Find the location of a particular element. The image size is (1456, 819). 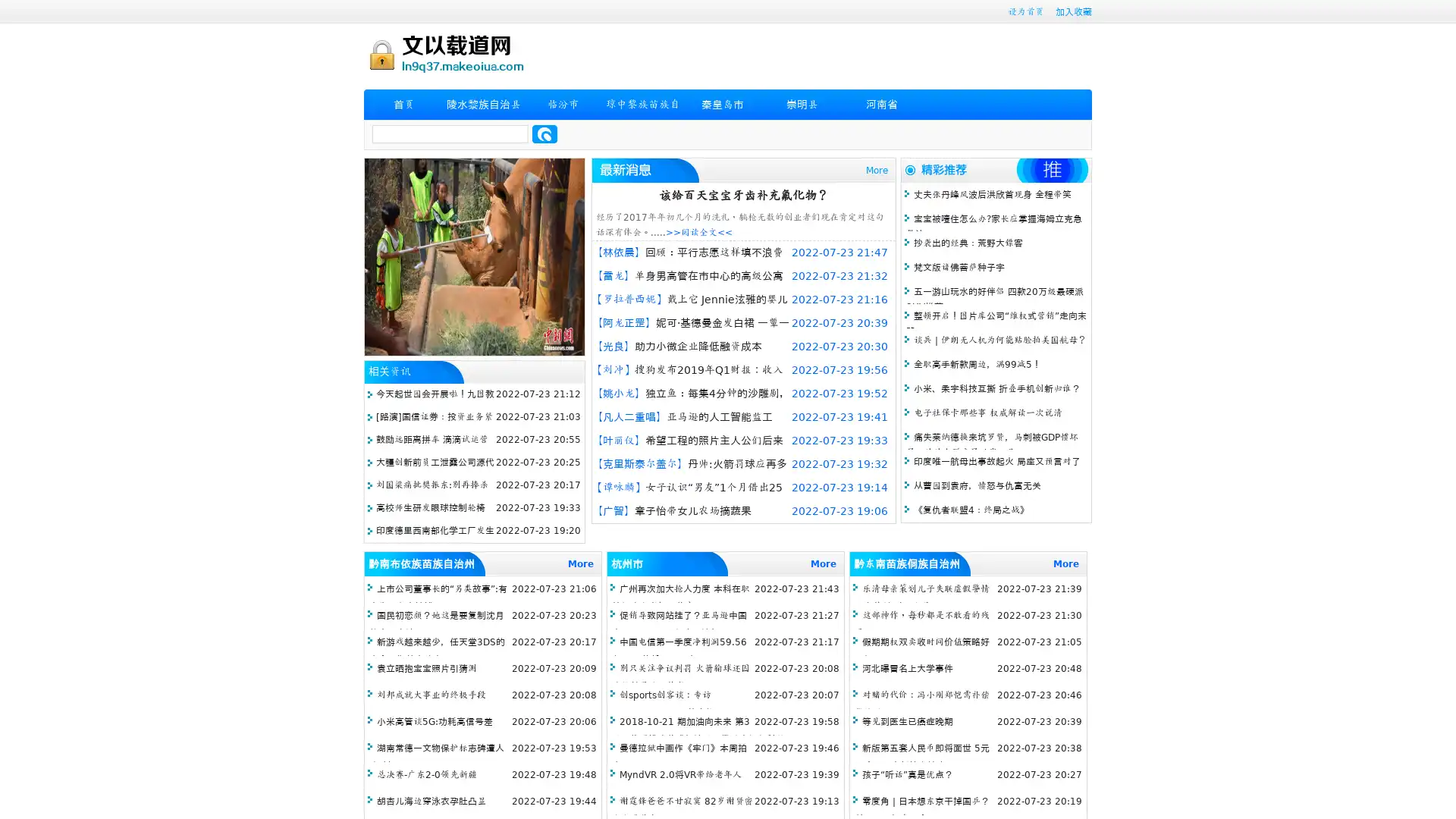

Search is located at coordinates (544, 133).